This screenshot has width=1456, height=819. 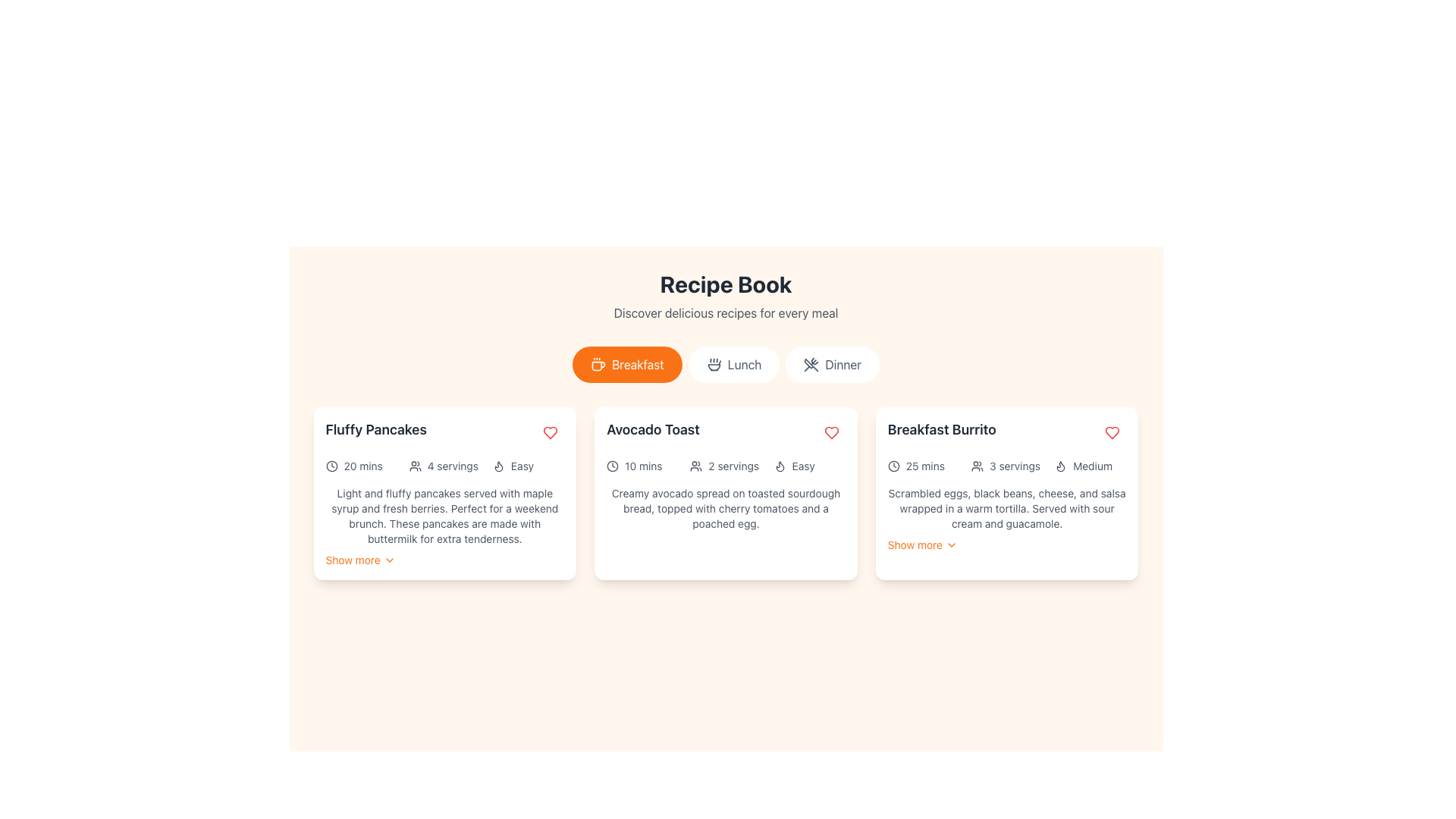 What do you see at coordinates (444, 516) in the screenshot?
I see `the text block that provides a brief description of the recipe 'Fluffy Pancakes', which is centrally located within the first recipe card, positioned above the 'Show more' link` at bounding box center [444, 516].